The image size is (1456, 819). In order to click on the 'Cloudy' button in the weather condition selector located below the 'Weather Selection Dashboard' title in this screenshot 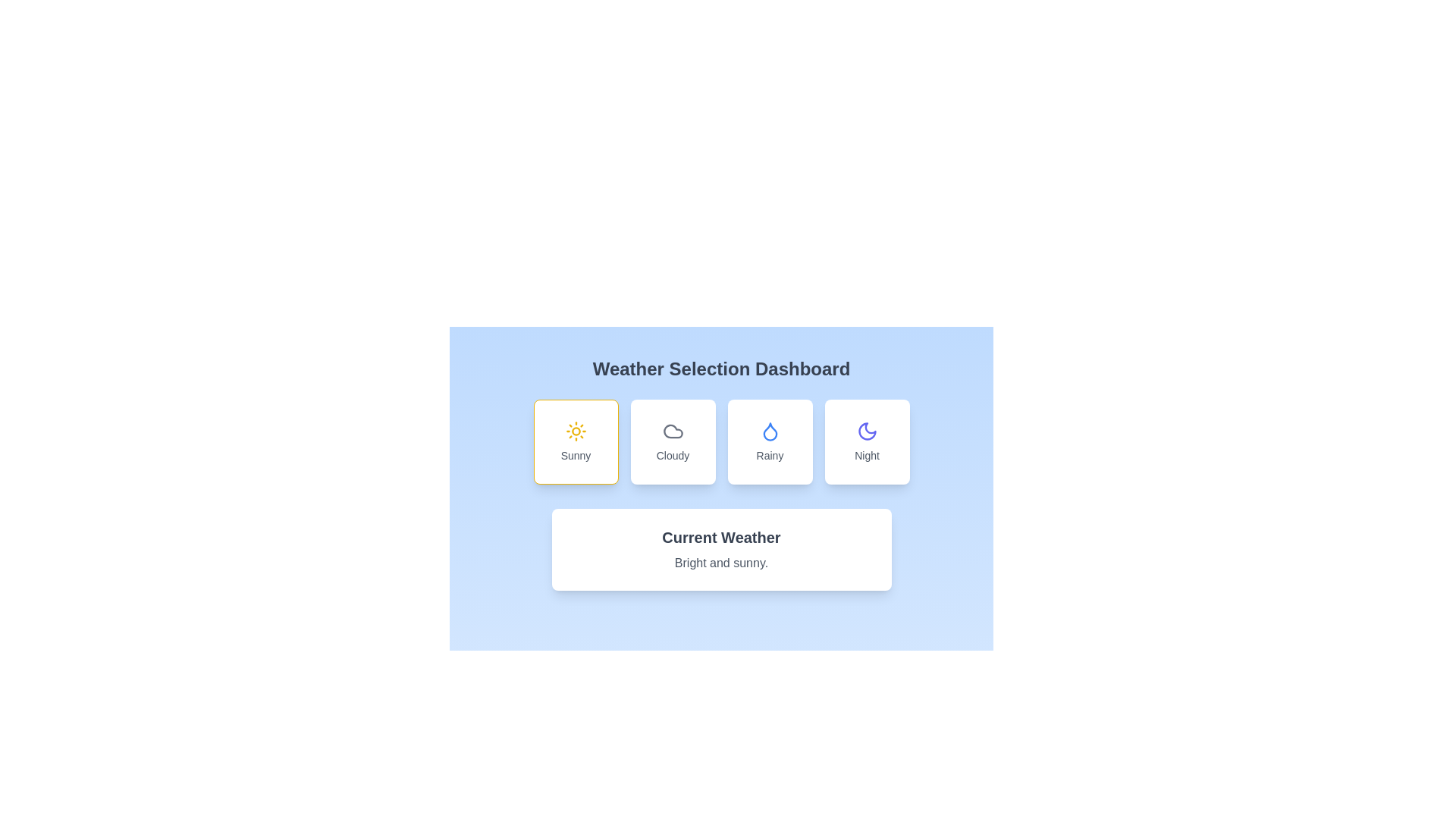, I will do `click(720, 441)`.